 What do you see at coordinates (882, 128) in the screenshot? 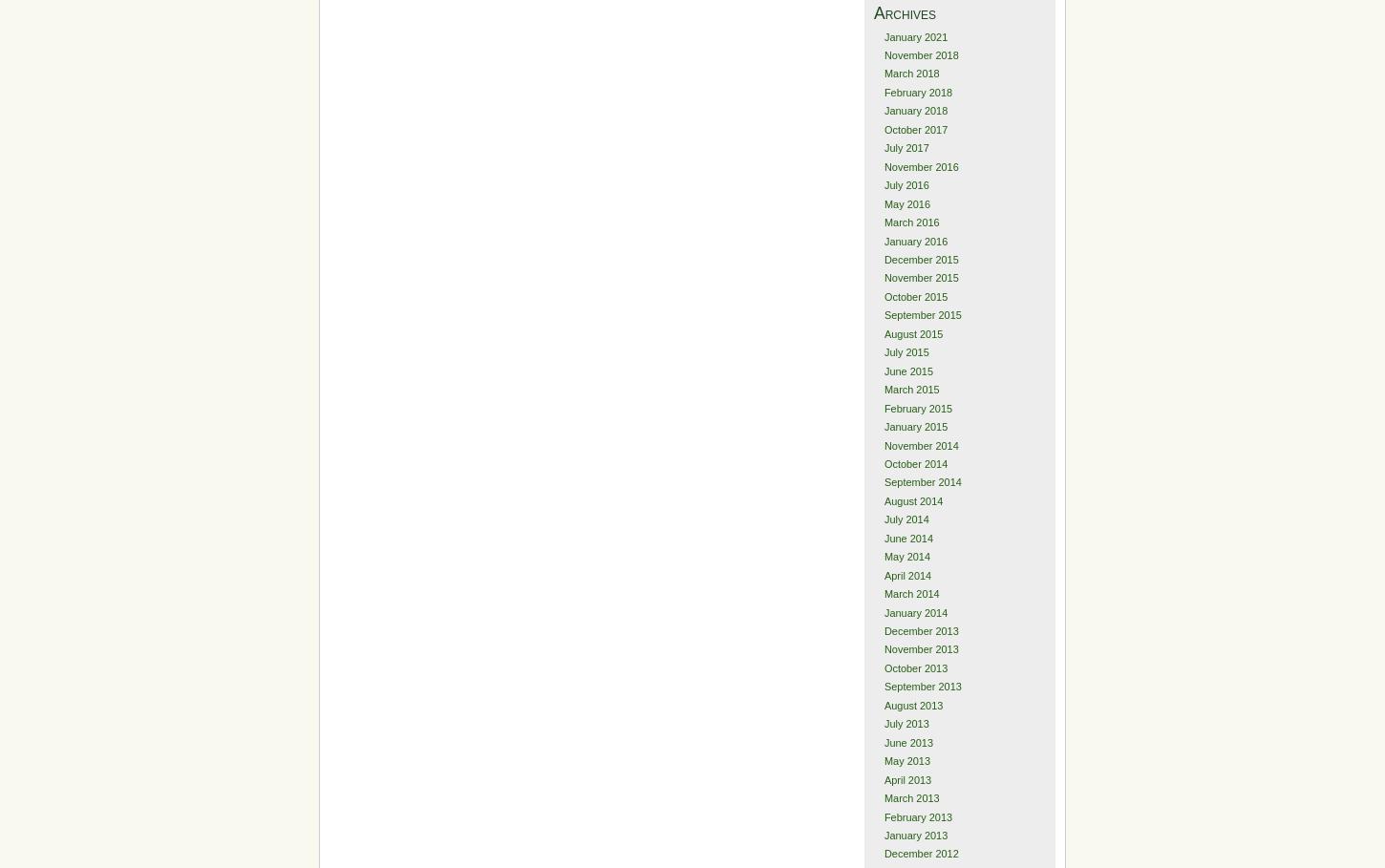
I see `'October 2017'` at bounding box center [882, 128].